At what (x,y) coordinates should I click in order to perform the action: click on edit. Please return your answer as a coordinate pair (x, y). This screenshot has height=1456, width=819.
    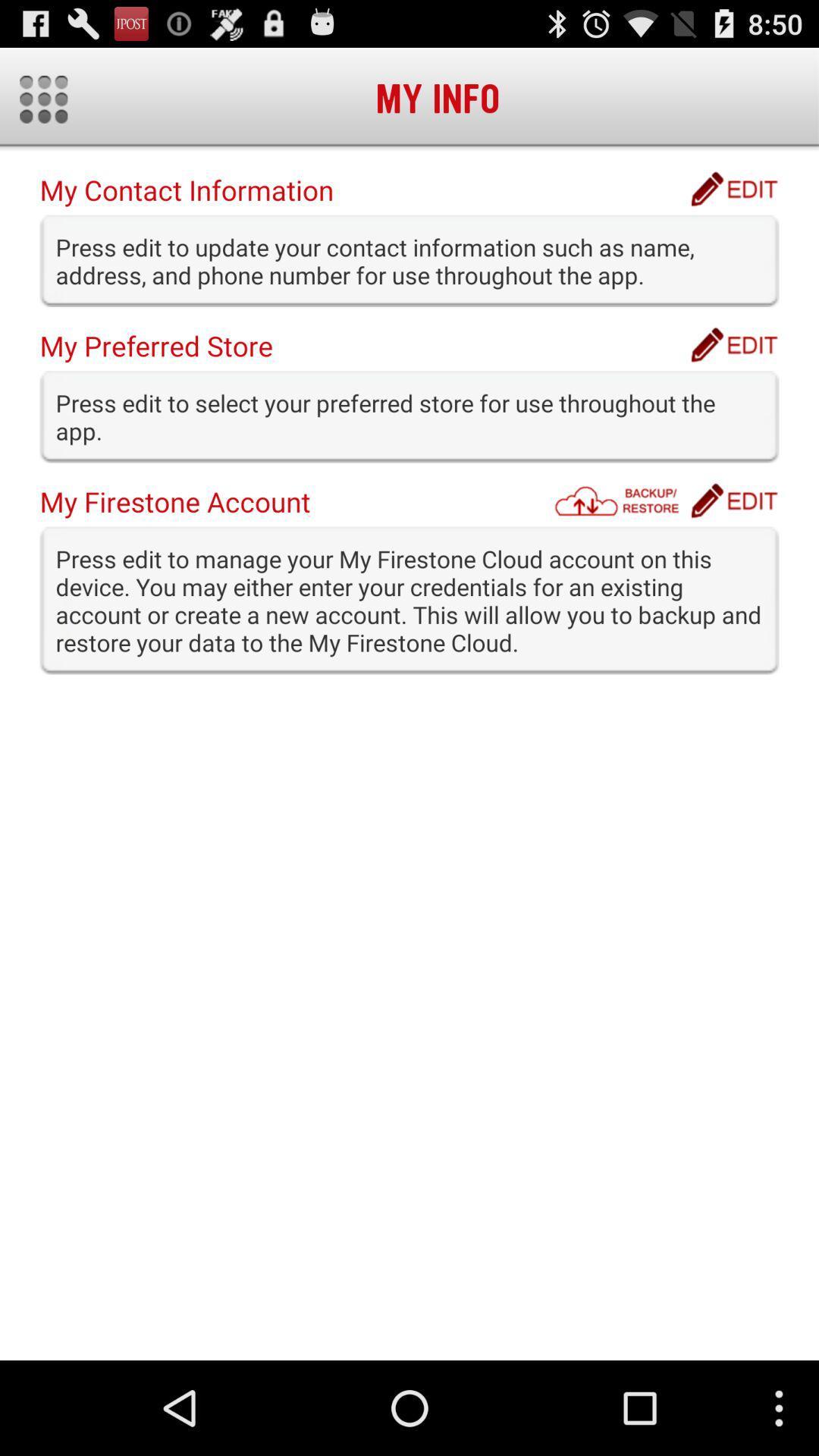
    Looking at the image, I should click on (733, 188).